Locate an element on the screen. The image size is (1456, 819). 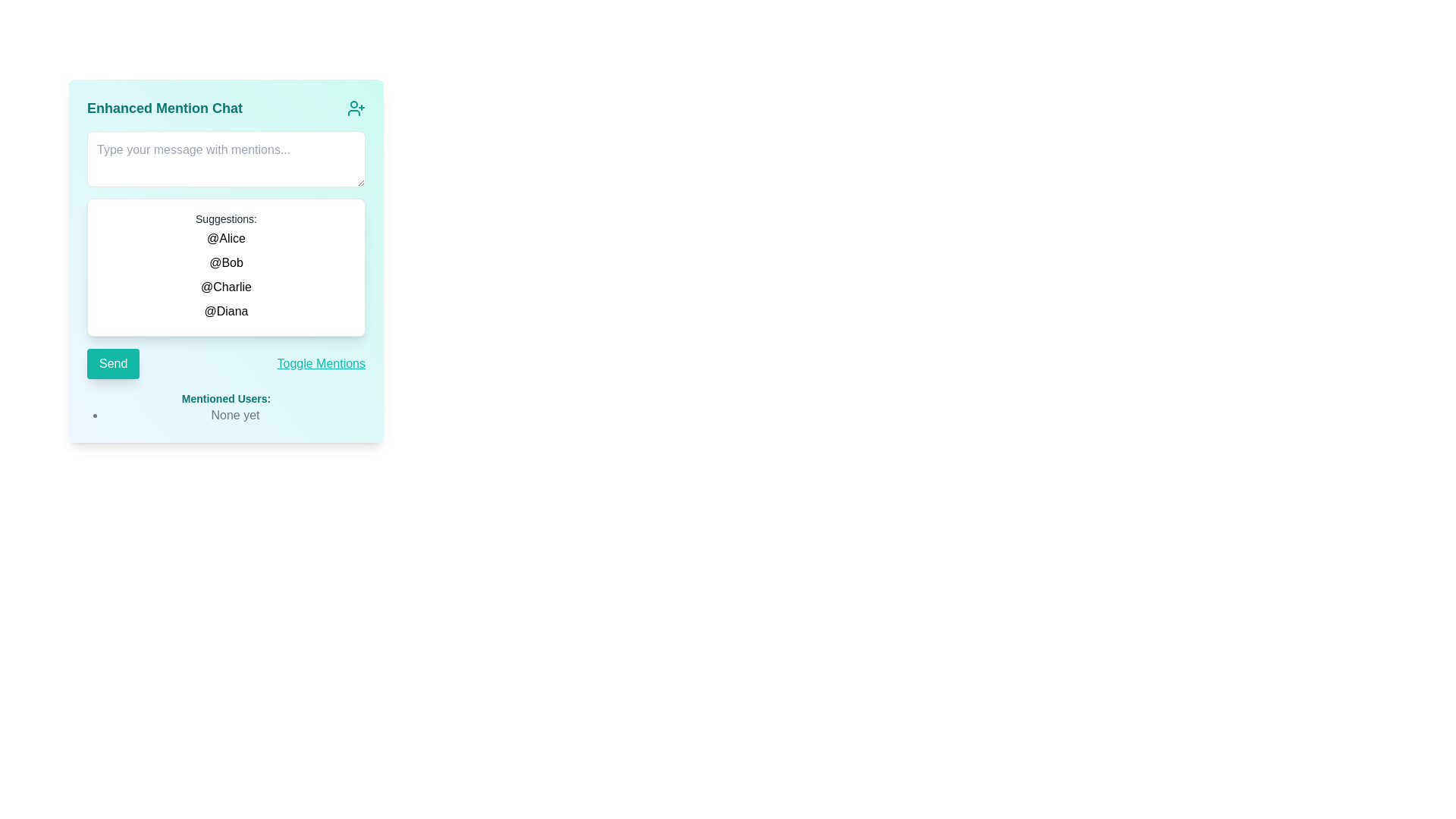
the text label that reads 'Enhanced Mention Chat', which is styled prominently in bold teal font and located at the top left of the main panel is located at coordinates (165, 107).